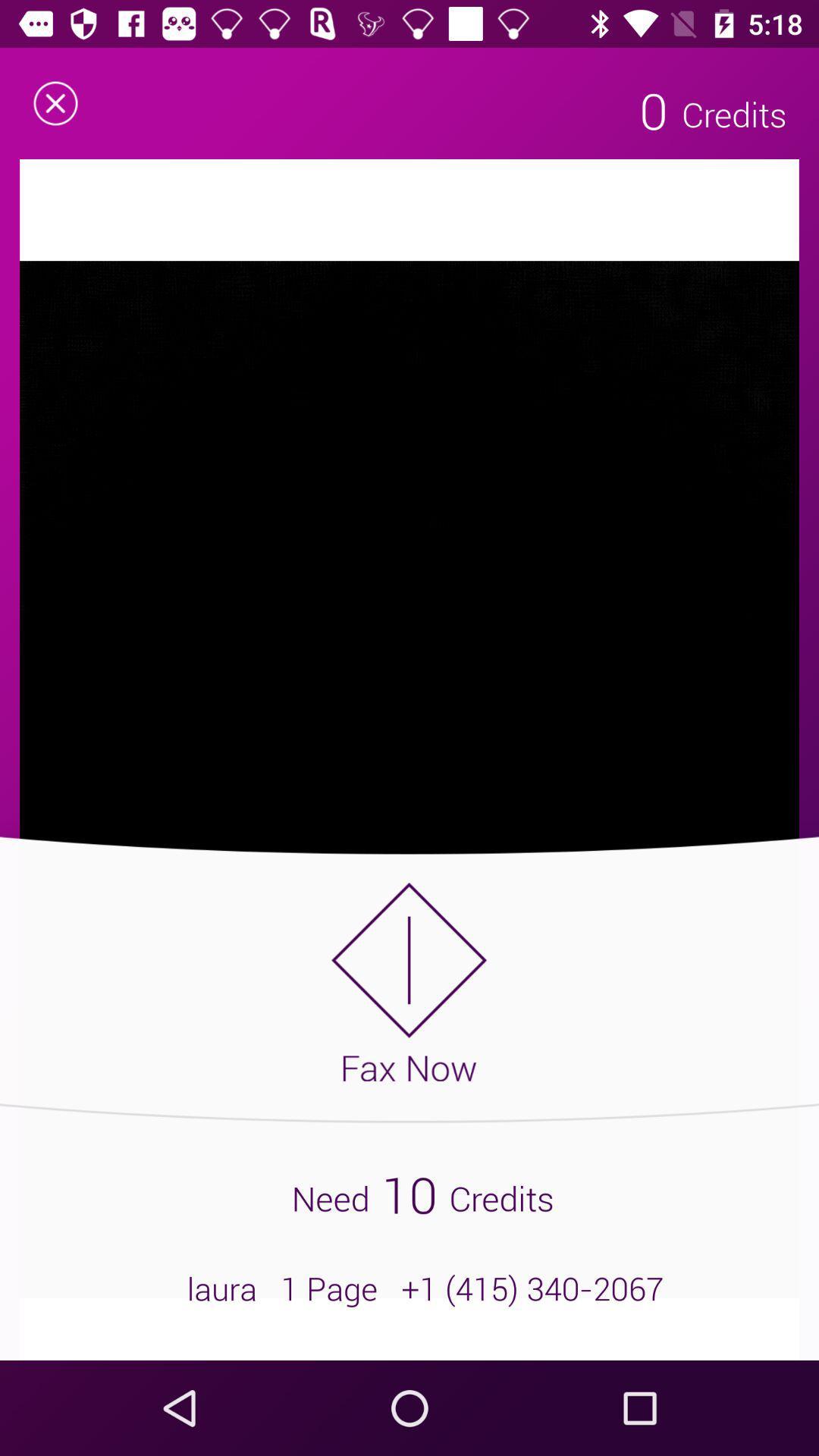 The height and width of the screenshot is (1456, 819). Describe the element at coordinates (409, 1288) in the screenshot. I see `item below  10  icon` at that location.